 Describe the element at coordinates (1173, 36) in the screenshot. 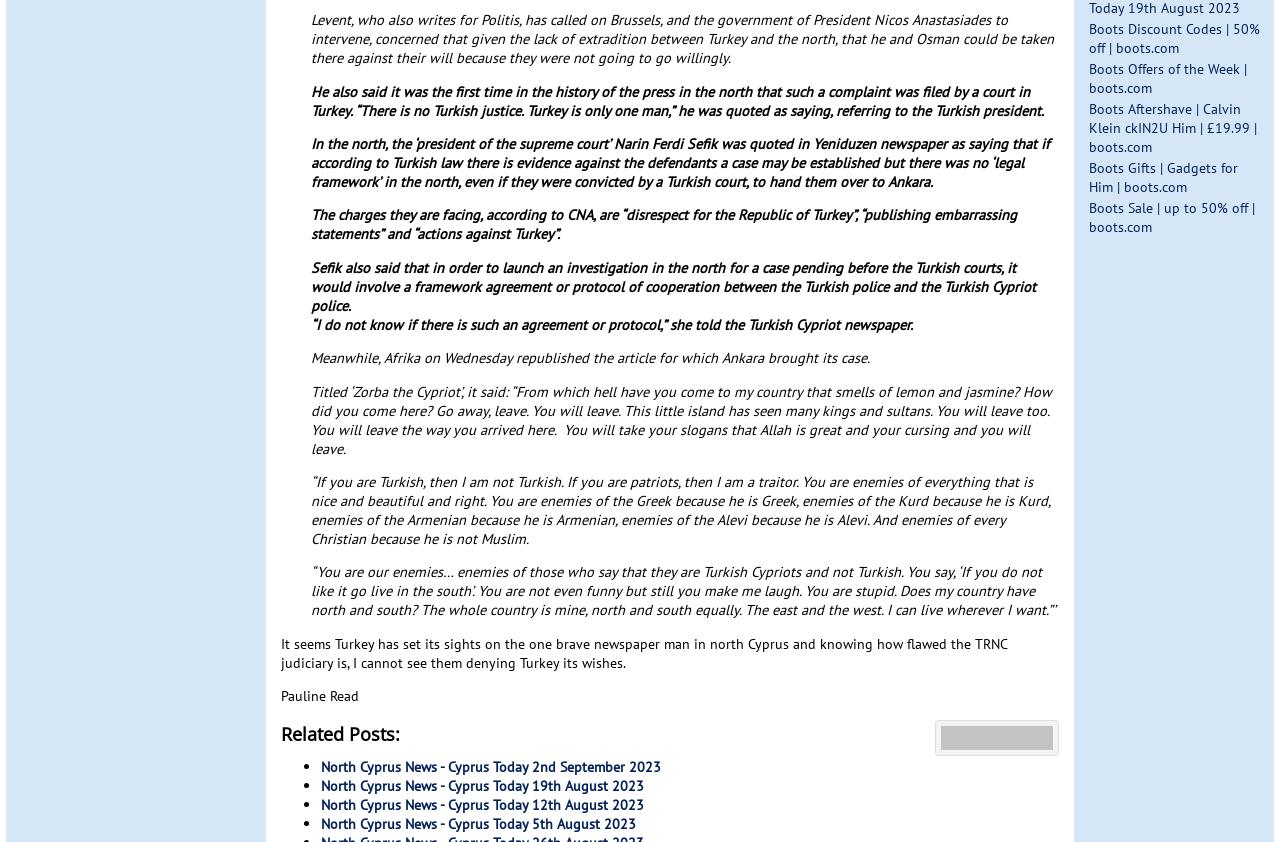

I see `'Boots Discount Codes | 50% off | boots.com'` at that location.